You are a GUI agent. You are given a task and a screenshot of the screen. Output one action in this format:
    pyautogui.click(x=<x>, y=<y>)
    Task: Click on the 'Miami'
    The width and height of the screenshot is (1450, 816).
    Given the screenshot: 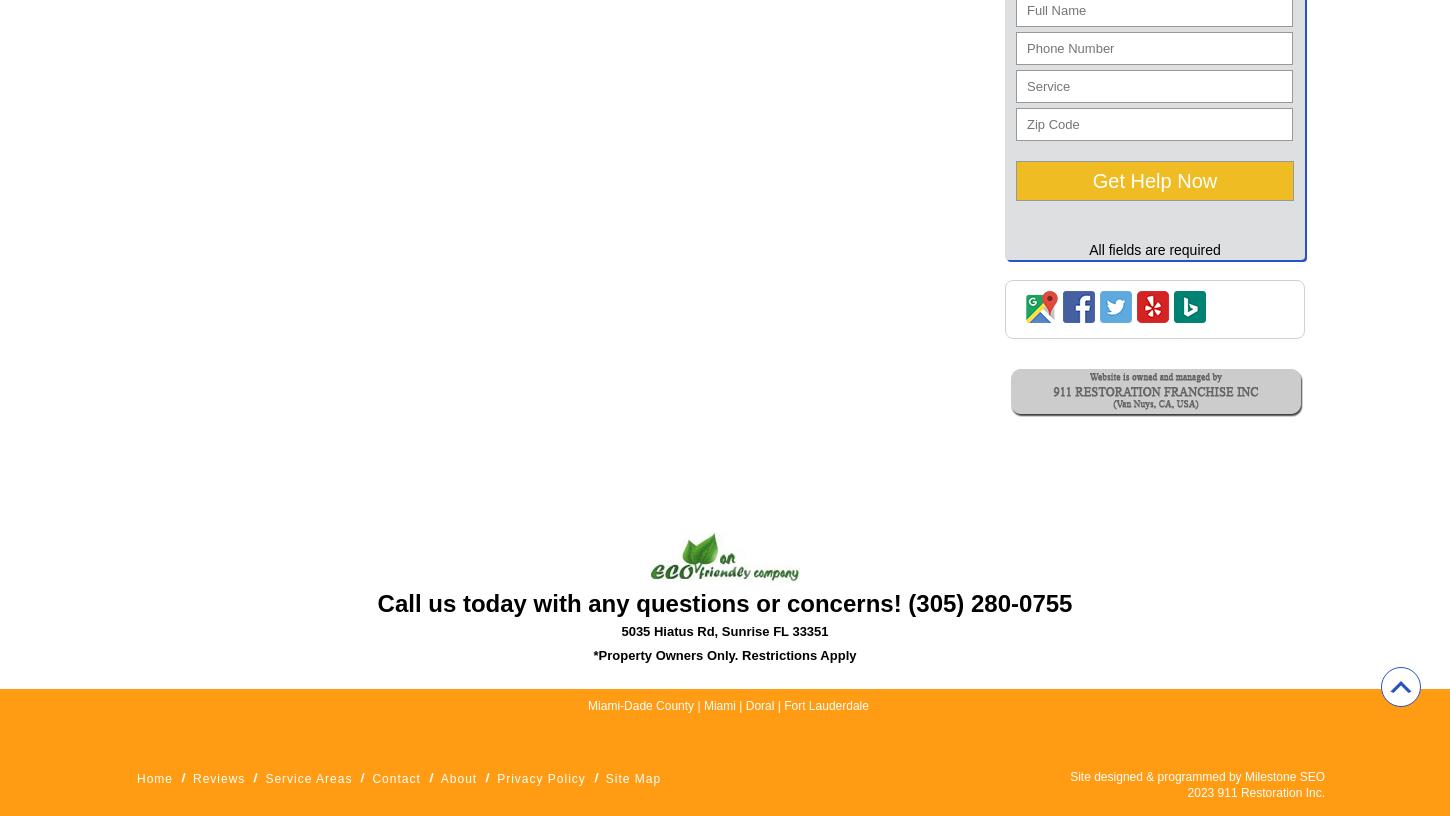 What is the action you would take?
    pyautogui.click(x=718, y=705)
    